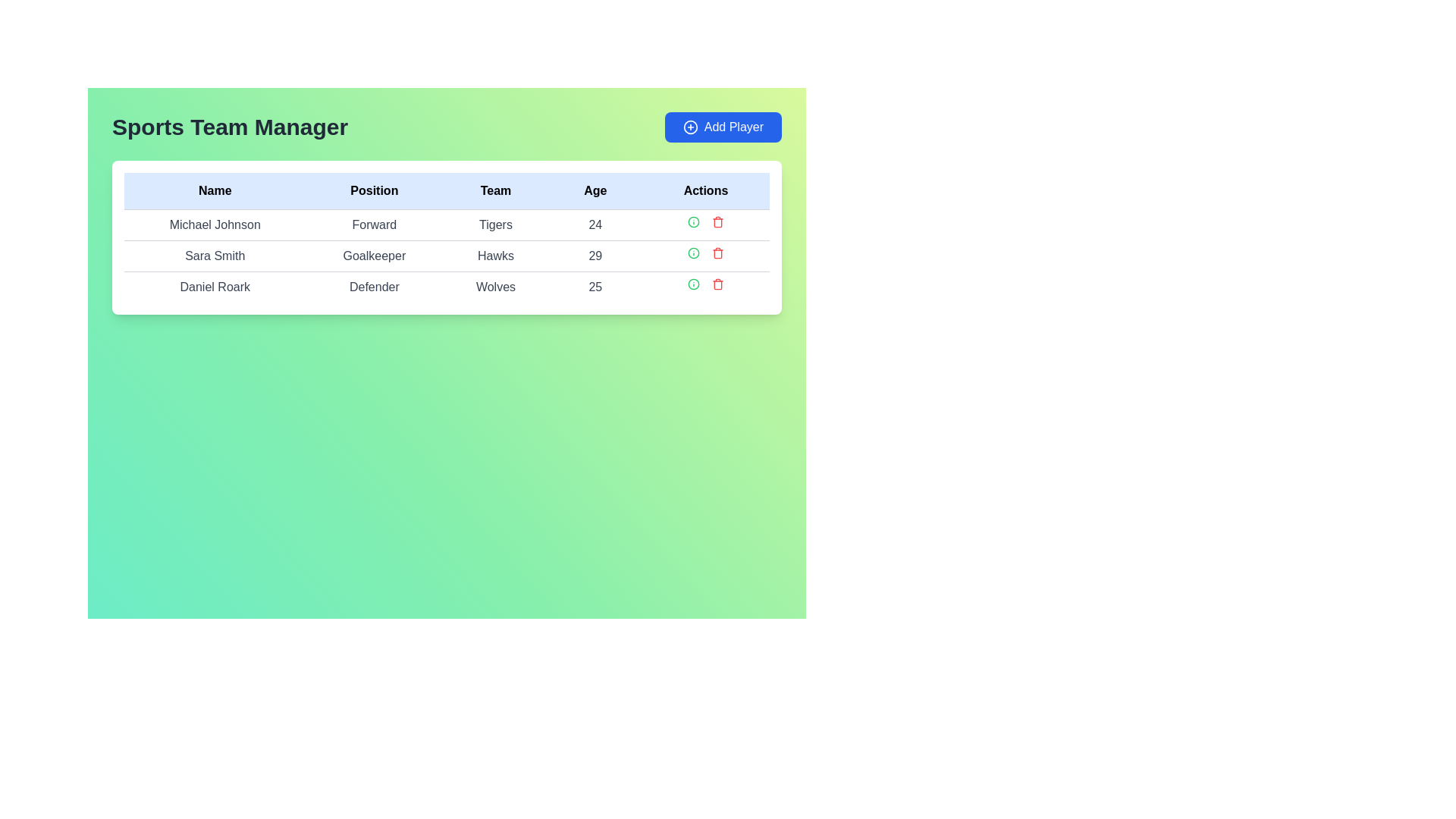 The width and height of the screenshot is (1456, 819). Describe the element at coordinates (495, 256) in the screenshot. I see `the text label displaying 'Hawks' in the 'Team' column of the table, which is part of the row for 'Sara Smith'` at that location.